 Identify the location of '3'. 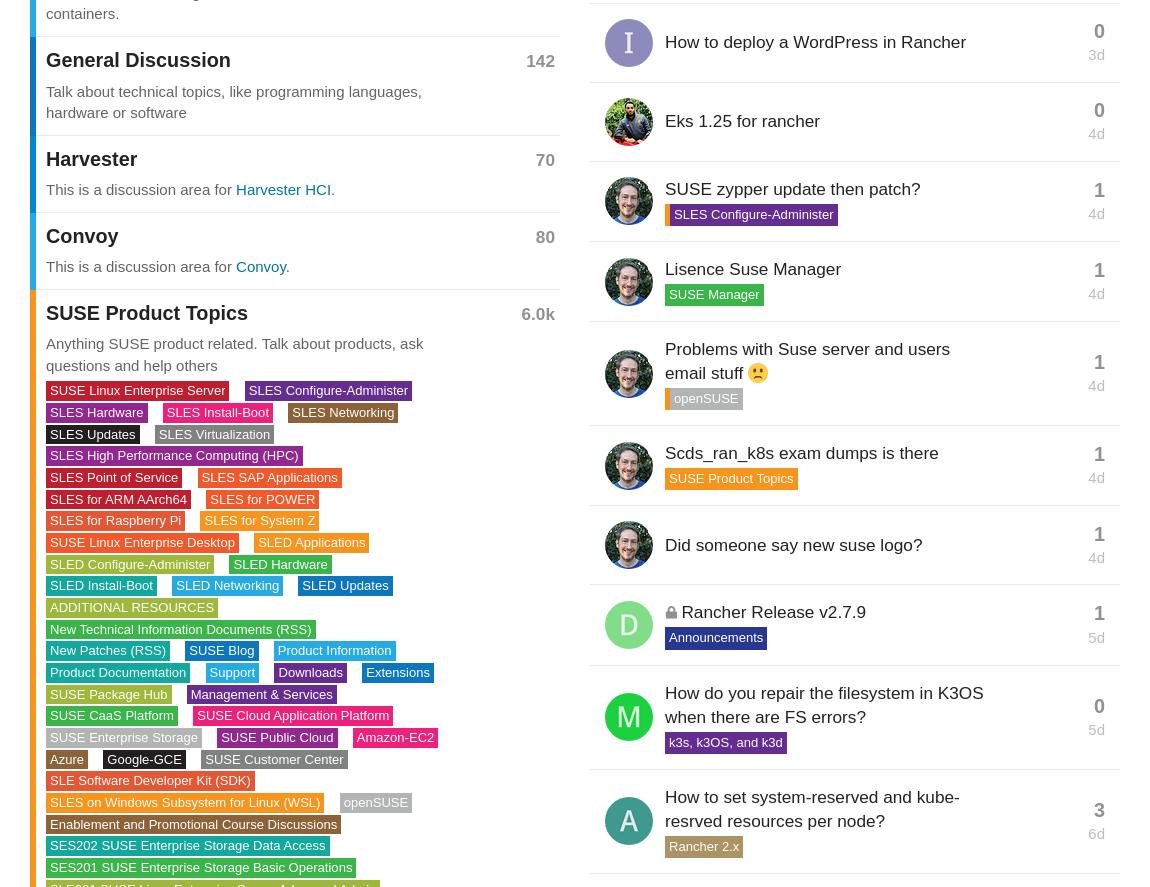
(1099, 809).